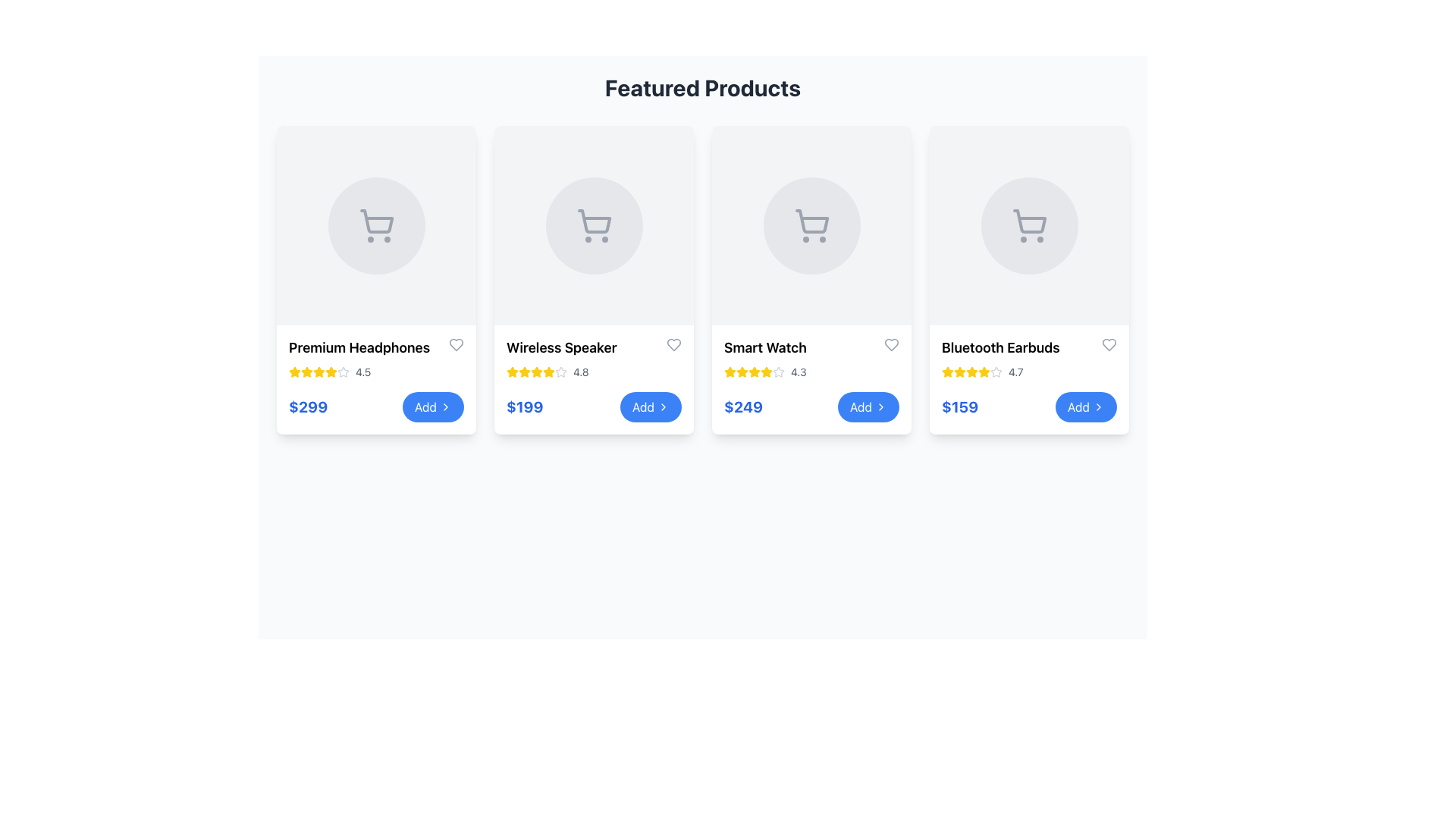 The width and height of the screenshot is (1456, 819). What do you see at coordinates (362, 372) in the screenshot?
I see `the text label displaying '4.5' in gray font, which is part of the rating widget under the product card labeled 'Premium Headphones'` at bounding box center [362, 372].